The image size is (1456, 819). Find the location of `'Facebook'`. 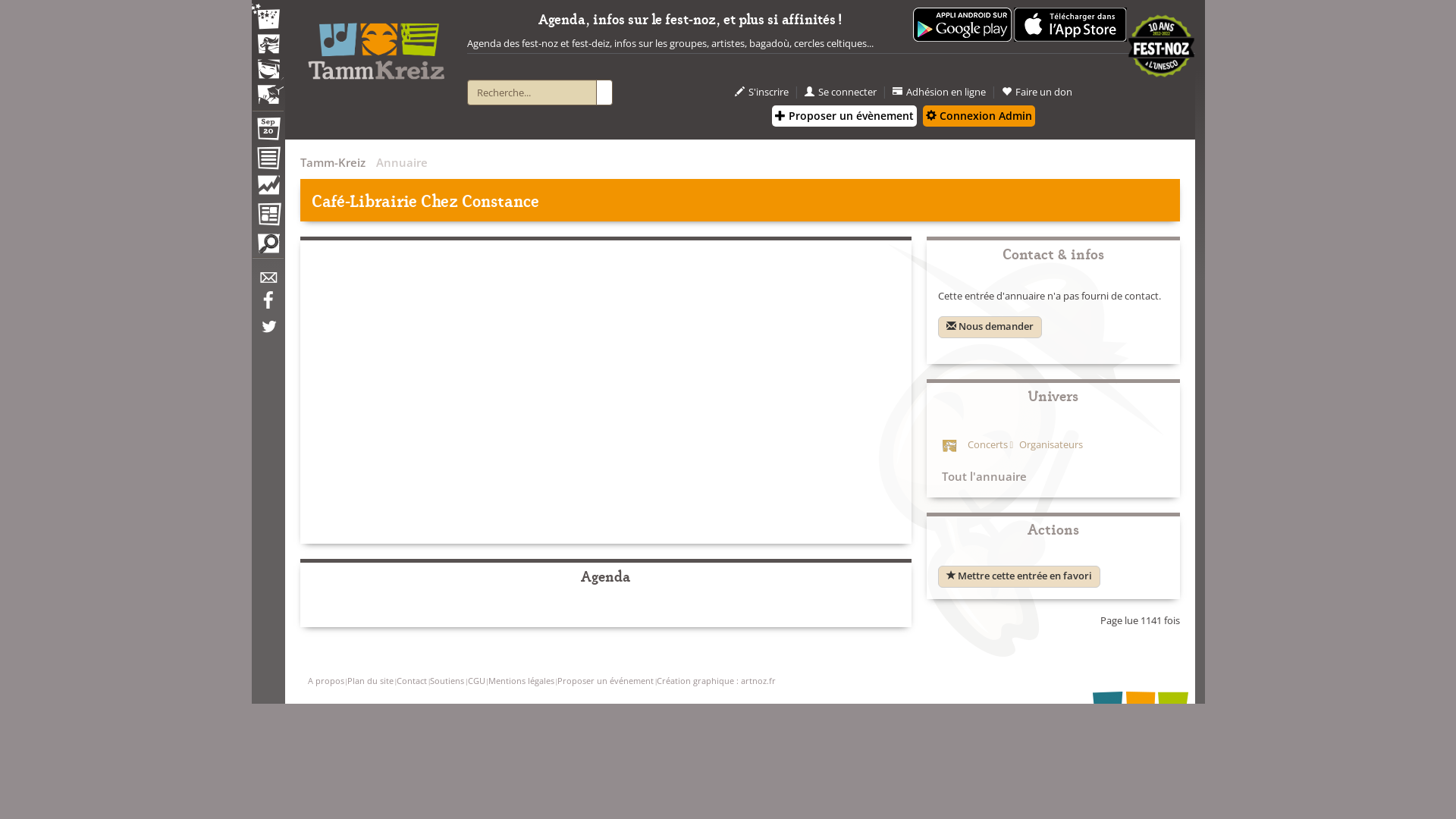

'Facebook' is located at coordinates (251, 305).